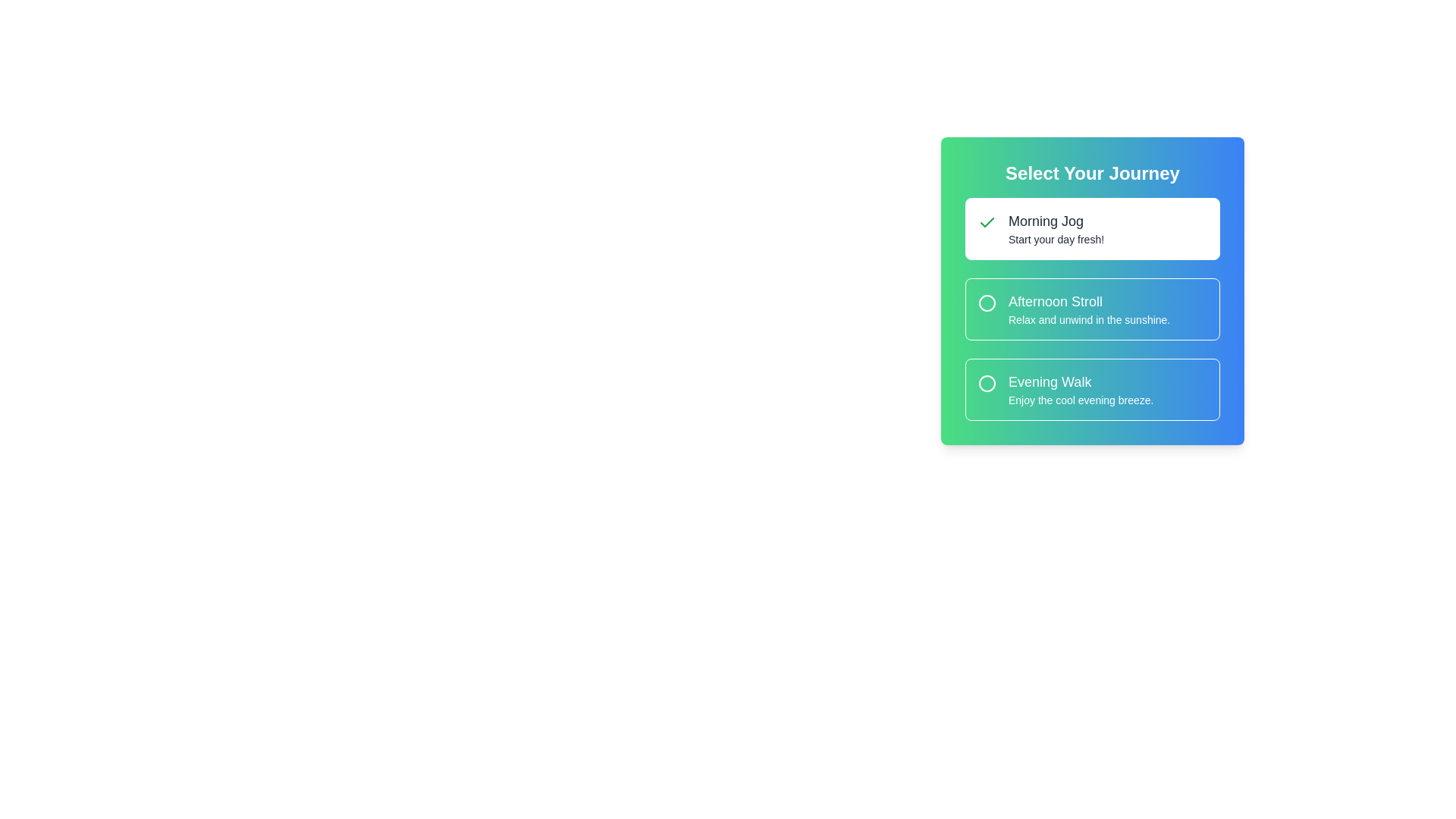 Image resolution: width=1456 pixels, height=819 pixels. Describe the element at coordinates (1055, 221) in the screenshot. I see `the text element reading 'Morning Jog', which is styled in a larger bold font and is located at the top of a card component` at that location.